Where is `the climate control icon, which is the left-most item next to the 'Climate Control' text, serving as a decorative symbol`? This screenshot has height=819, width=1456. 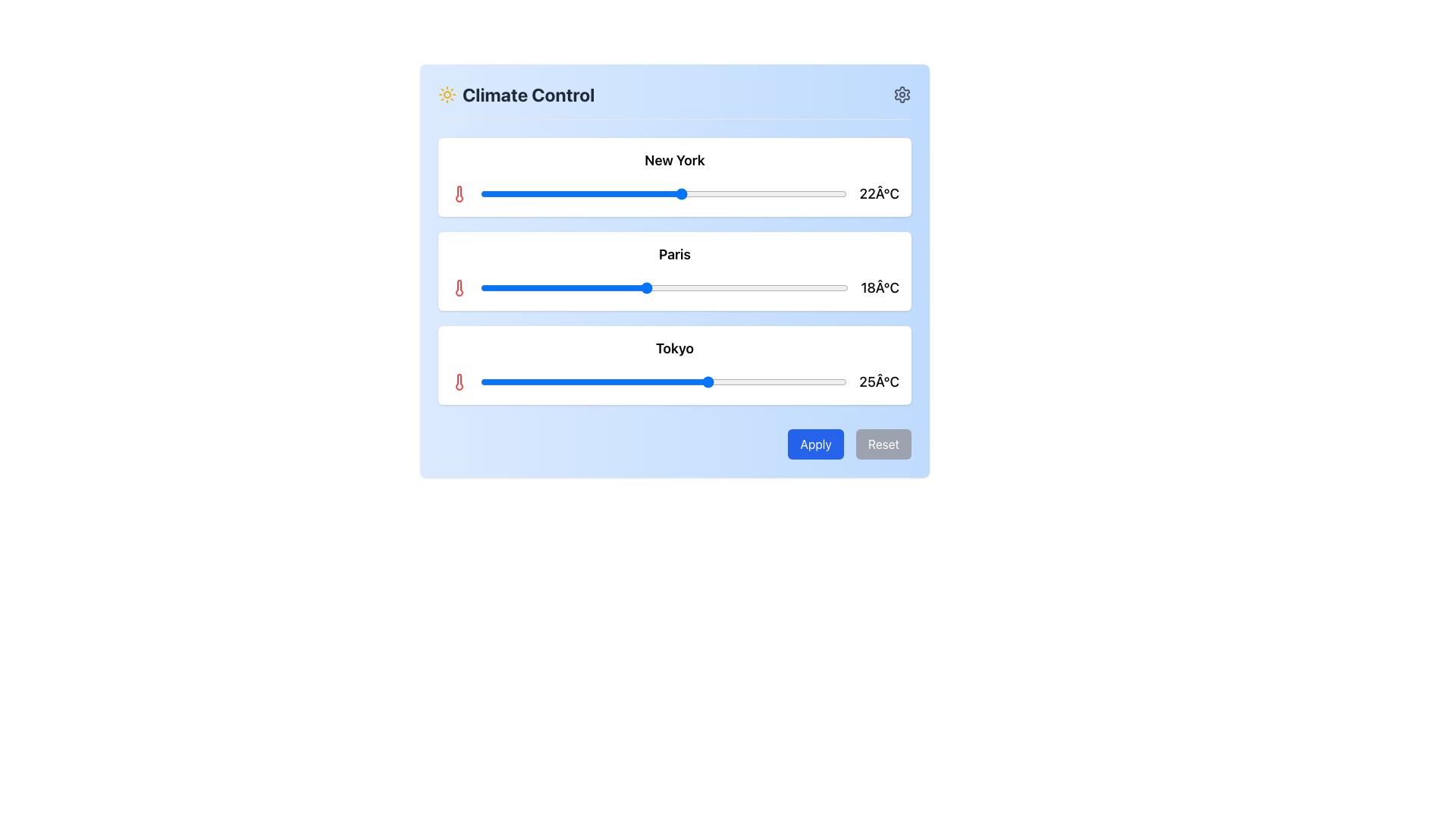
the climate control icon, which is the left-most item next to the 'Climate Control' text, serving as a decorative symbol is located at coordinates (447, 94).